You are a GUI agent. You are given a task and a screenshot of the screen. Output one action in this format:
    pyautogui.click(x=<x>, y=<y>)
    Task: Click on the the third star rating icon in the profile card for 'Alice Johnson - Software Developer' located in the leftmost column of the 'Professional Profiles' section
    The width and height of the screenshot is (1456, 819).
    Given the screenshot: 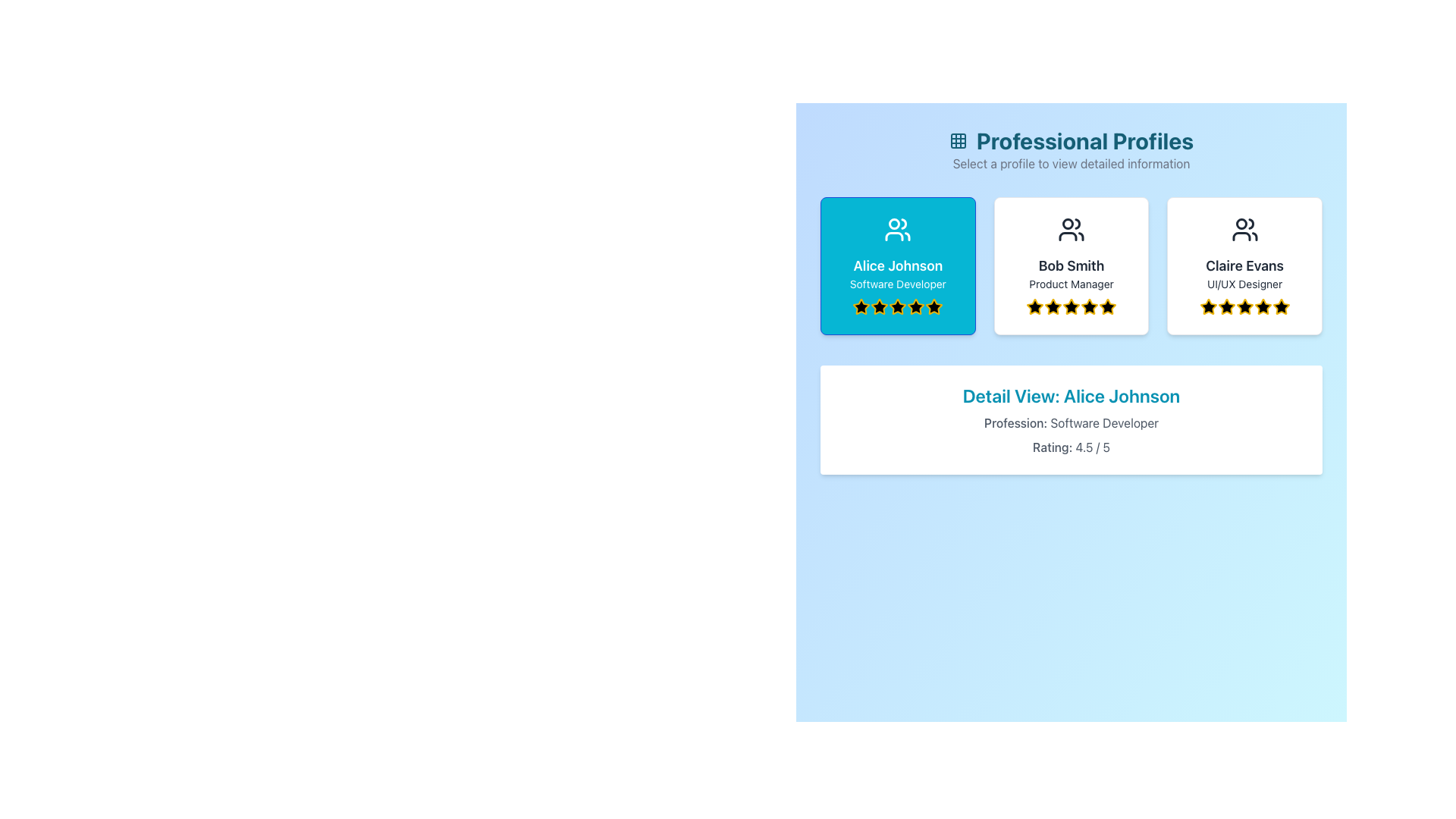 What is the action you would take?
    pyautogui.click(x=898, y=307)
    